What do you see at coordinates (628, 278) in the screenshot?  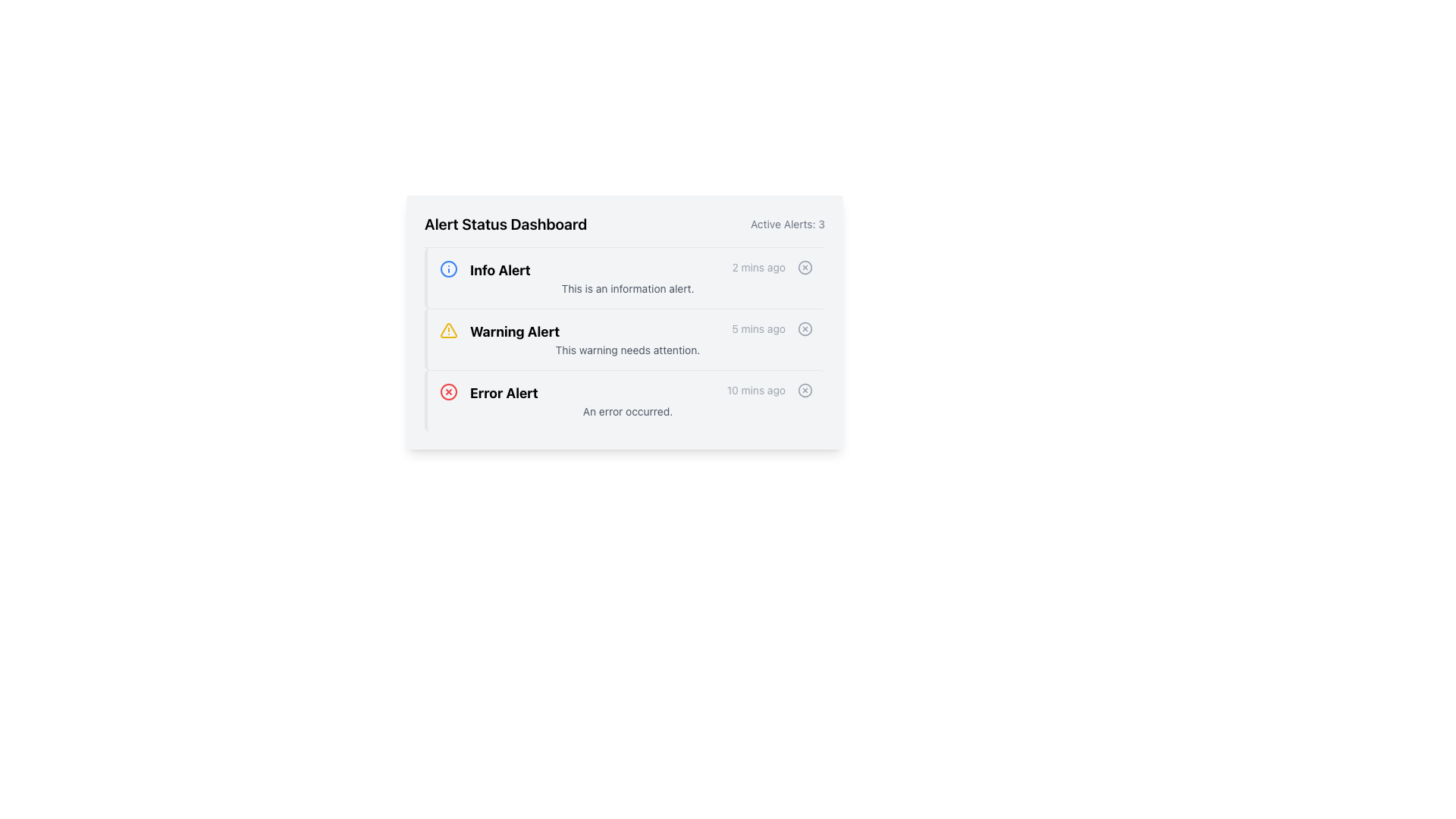 I see `the Notification Card, which is the first in a list of alert elements, positioned above 'Warning Alert' and 'Error Alert'` at bounding box center [628, 278].